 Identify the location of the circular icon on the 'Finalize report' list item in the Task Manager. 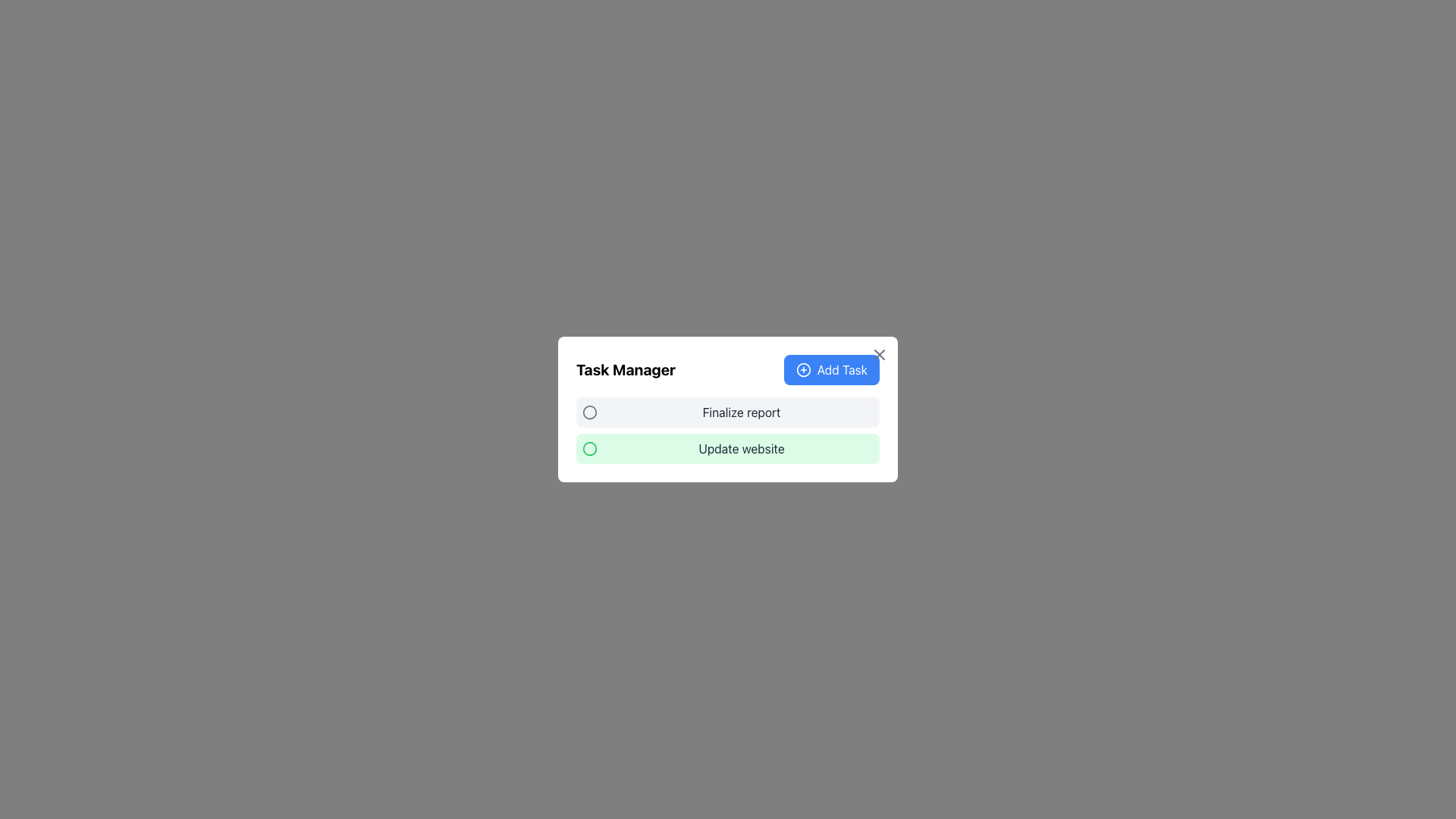
(728, 412).